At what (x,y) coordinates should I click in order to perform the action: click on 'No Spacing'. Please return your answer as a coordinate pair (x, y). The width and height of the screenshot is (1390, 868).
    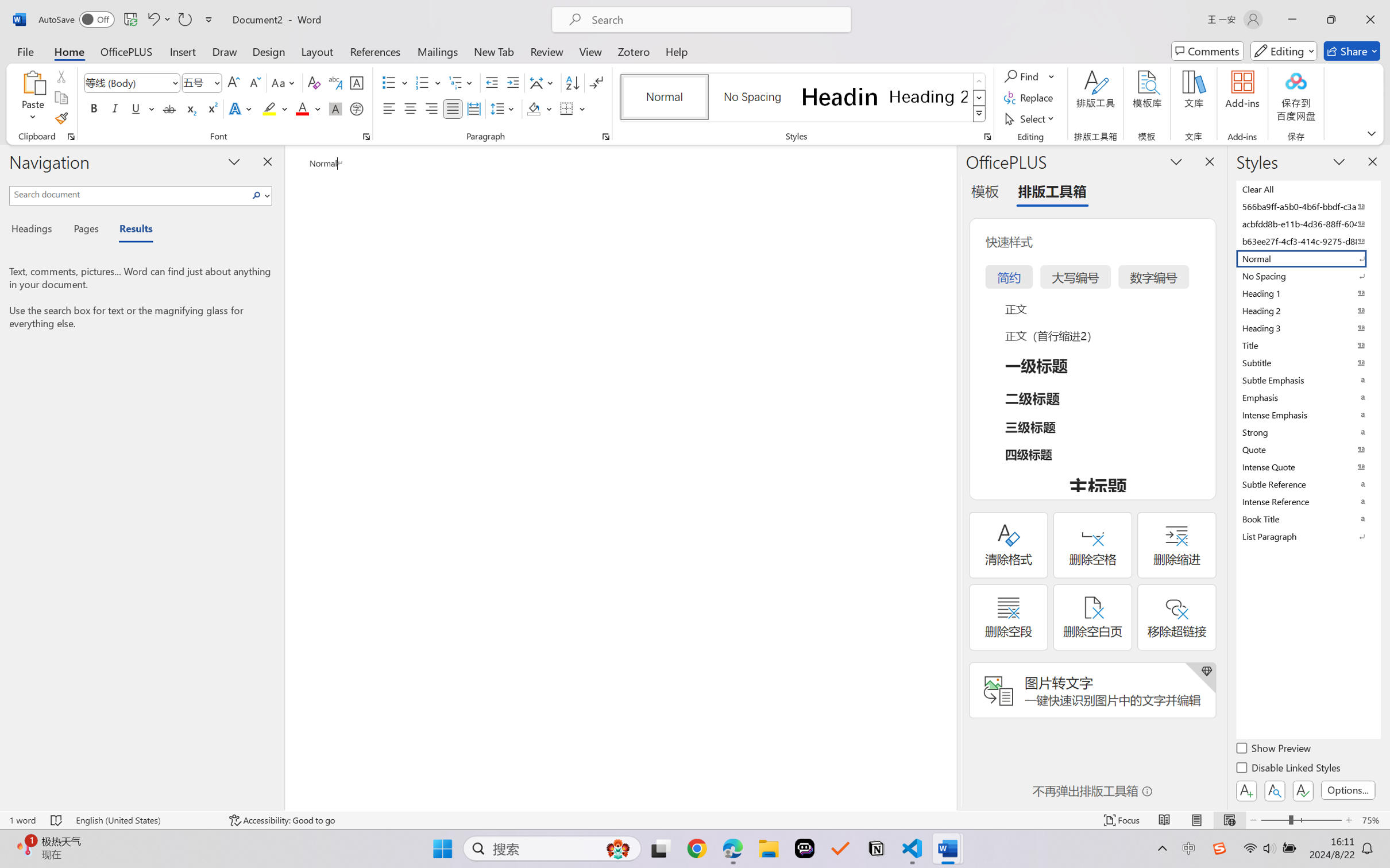
    Looking at the image, I should click on (1307, 275).